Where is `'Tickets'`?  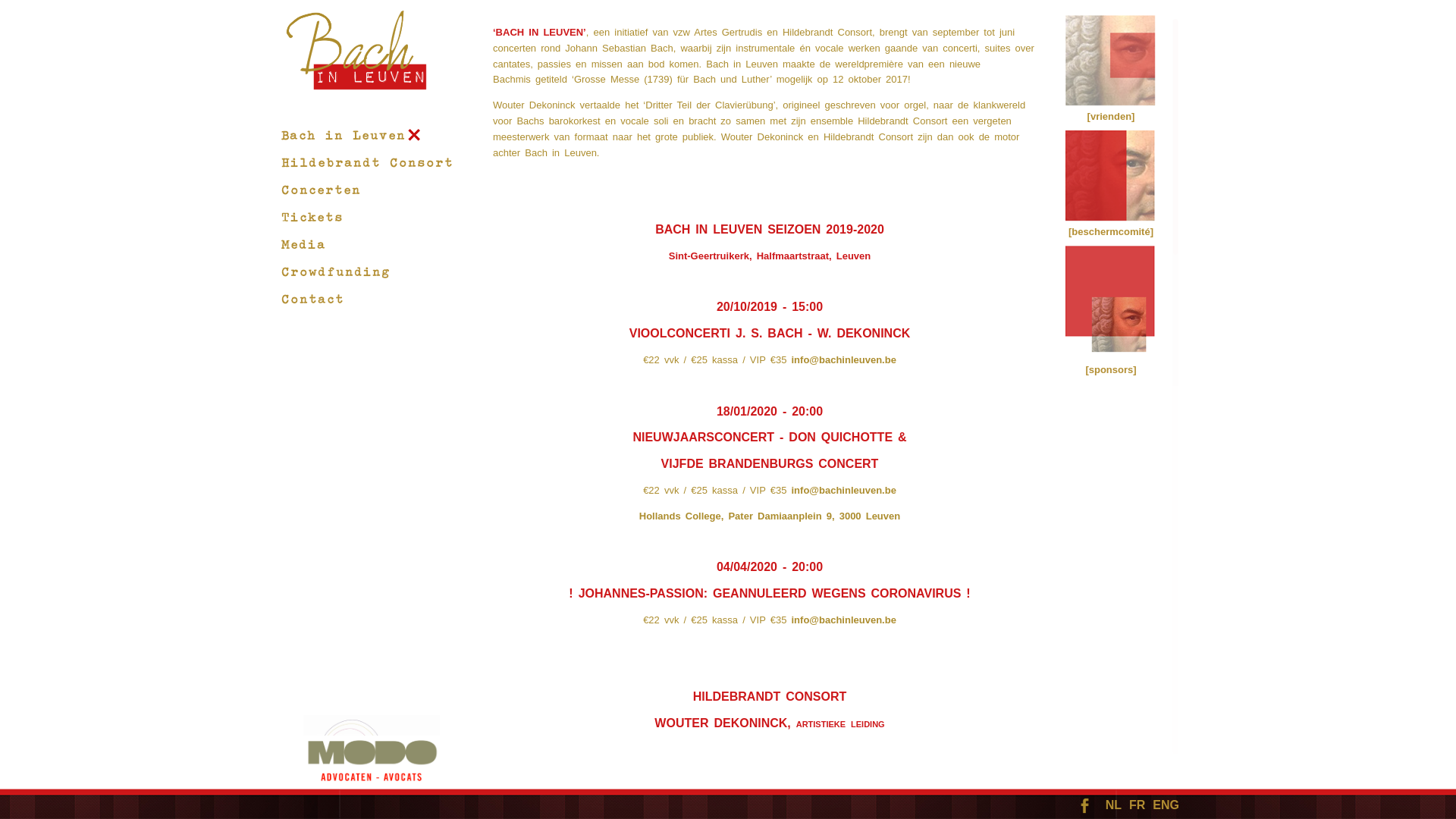
'Tickets' is located at coordinates (280, 216).